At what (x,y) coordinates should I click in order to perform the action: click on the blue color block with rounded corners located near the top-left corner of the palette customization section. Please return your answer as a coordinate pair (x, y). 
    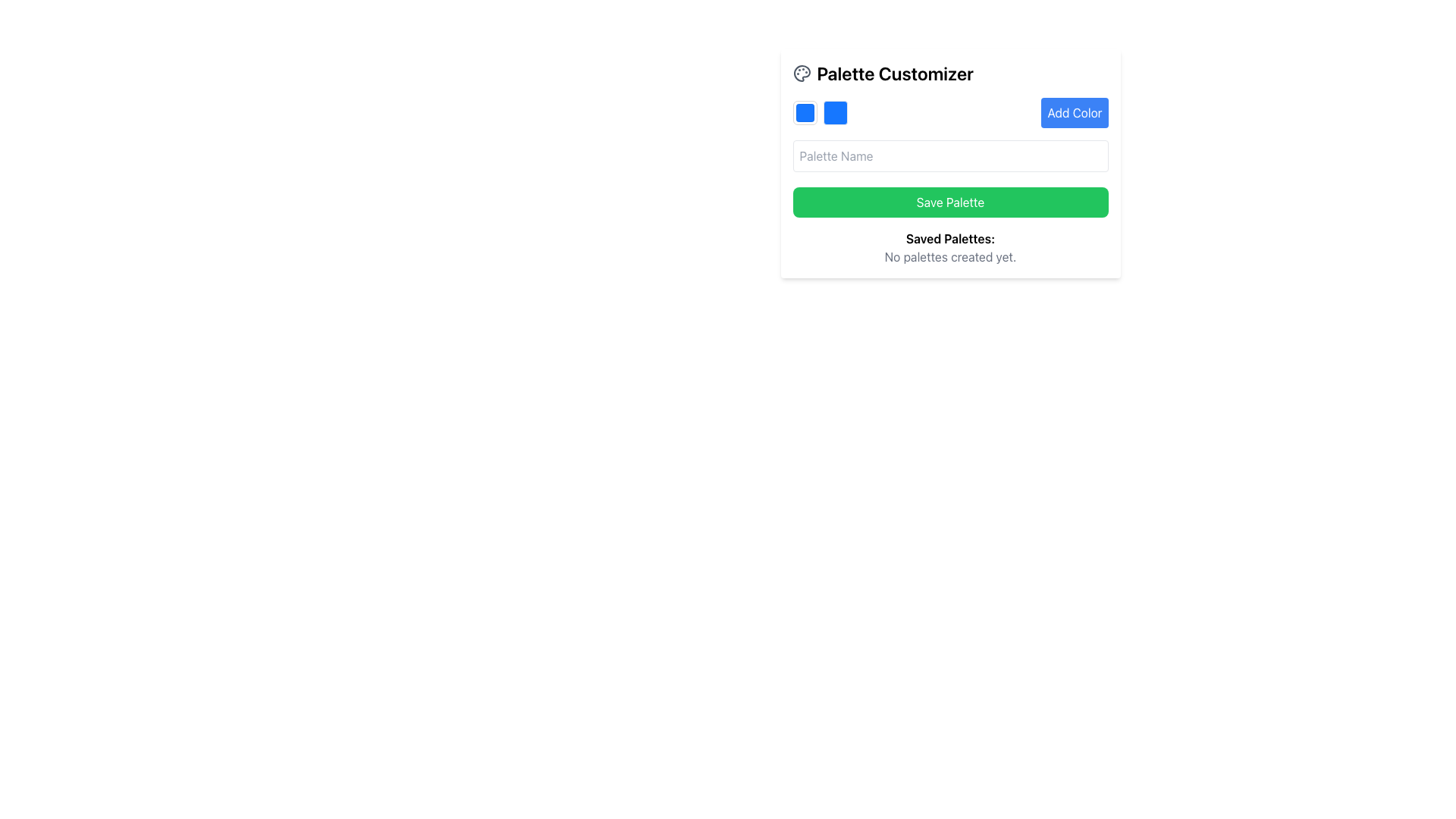
    Looking at the image, I should click on (804, 112).